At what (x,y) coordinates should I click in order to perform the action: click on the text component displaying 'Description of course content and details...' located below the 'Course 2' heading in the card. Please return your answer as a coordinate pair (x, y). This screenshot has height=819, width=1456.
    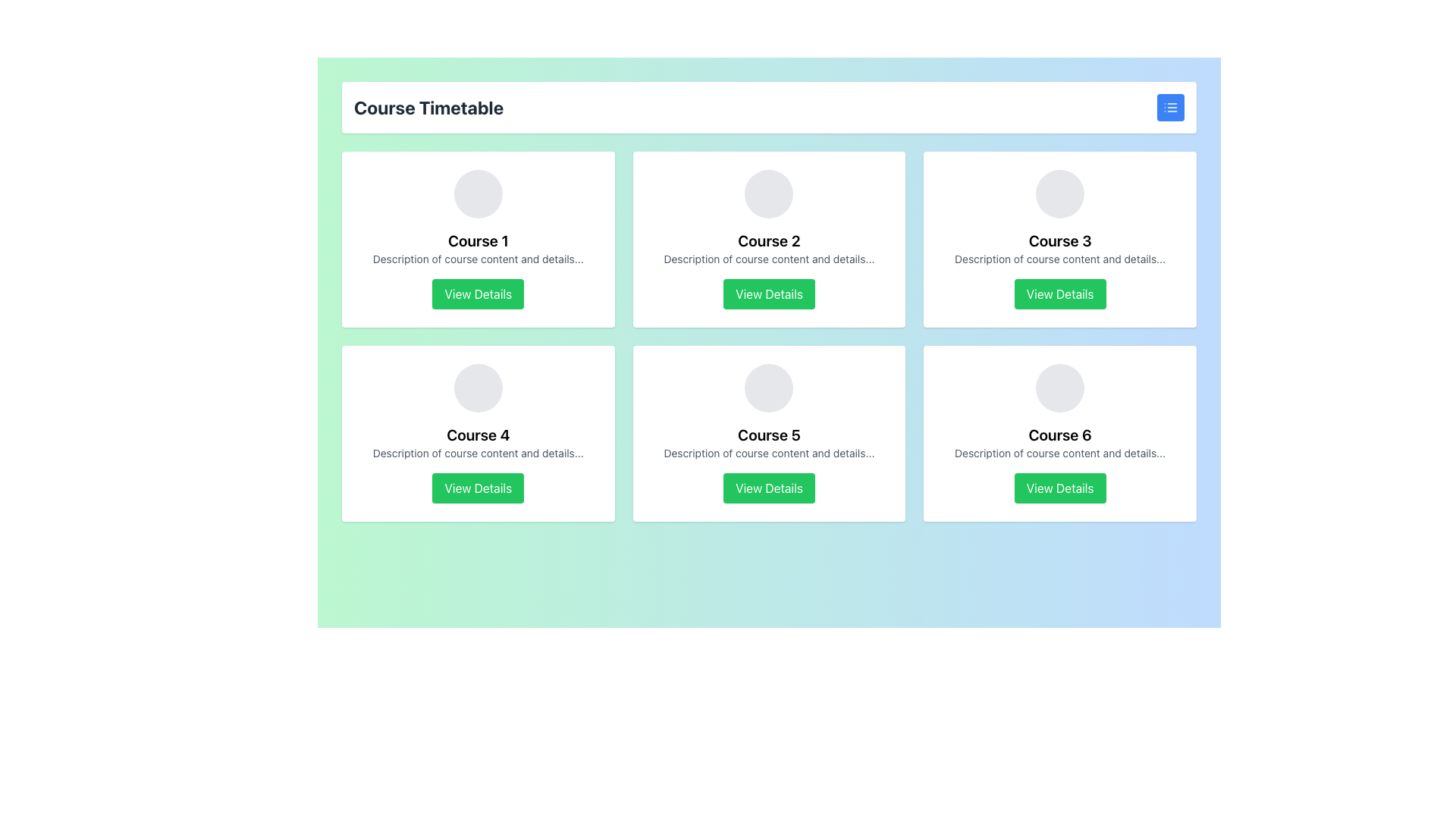
    Looking at the image, I should click on (769, 259).